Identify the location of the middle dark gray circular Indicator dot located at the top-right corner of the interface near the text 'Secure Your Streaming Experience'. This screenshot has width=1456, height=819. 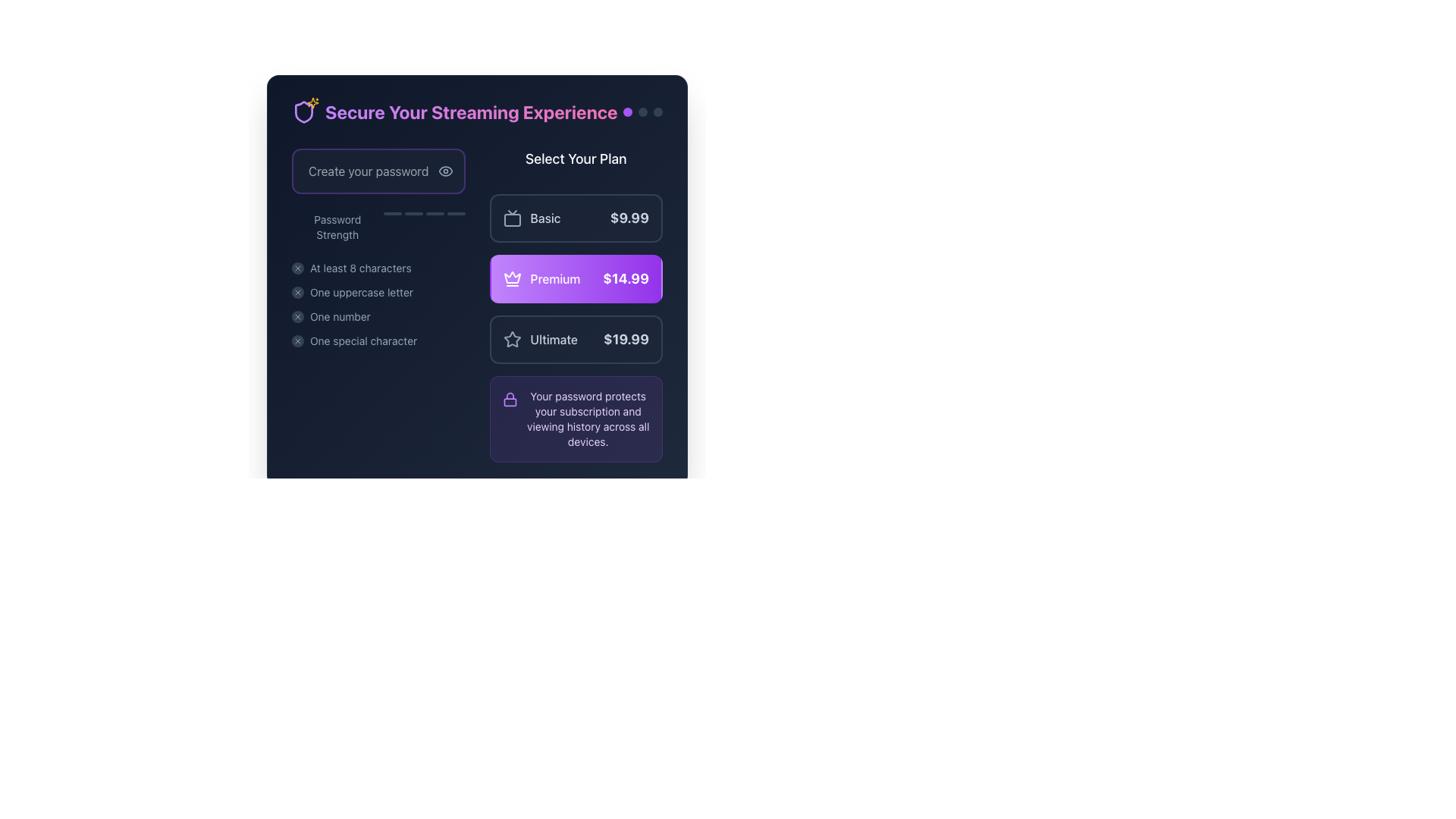
(643, 111).